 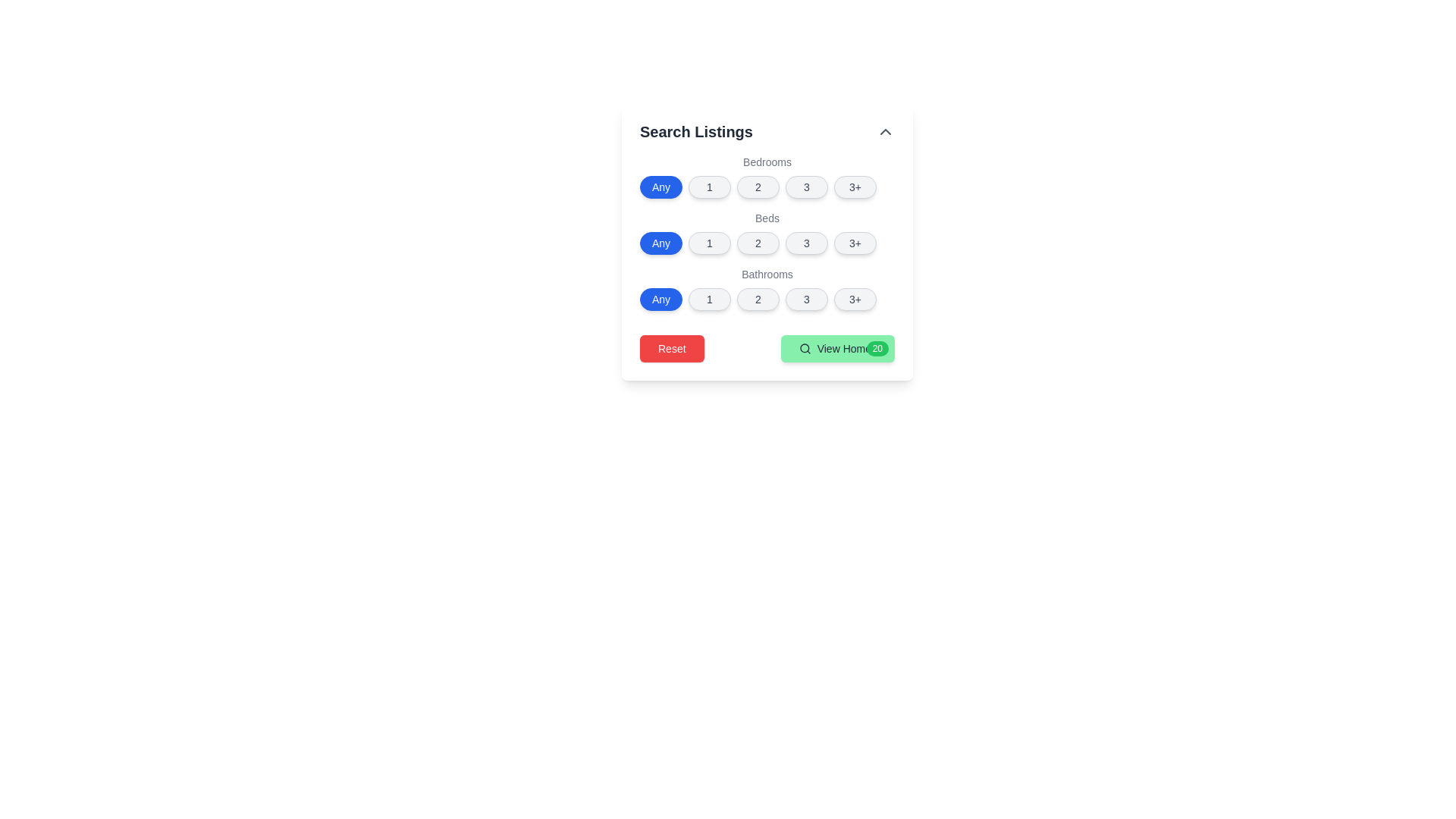 I want to click on the button labeled '2' in the 'Bathrooms' filter group, so click(x=758, y=299).